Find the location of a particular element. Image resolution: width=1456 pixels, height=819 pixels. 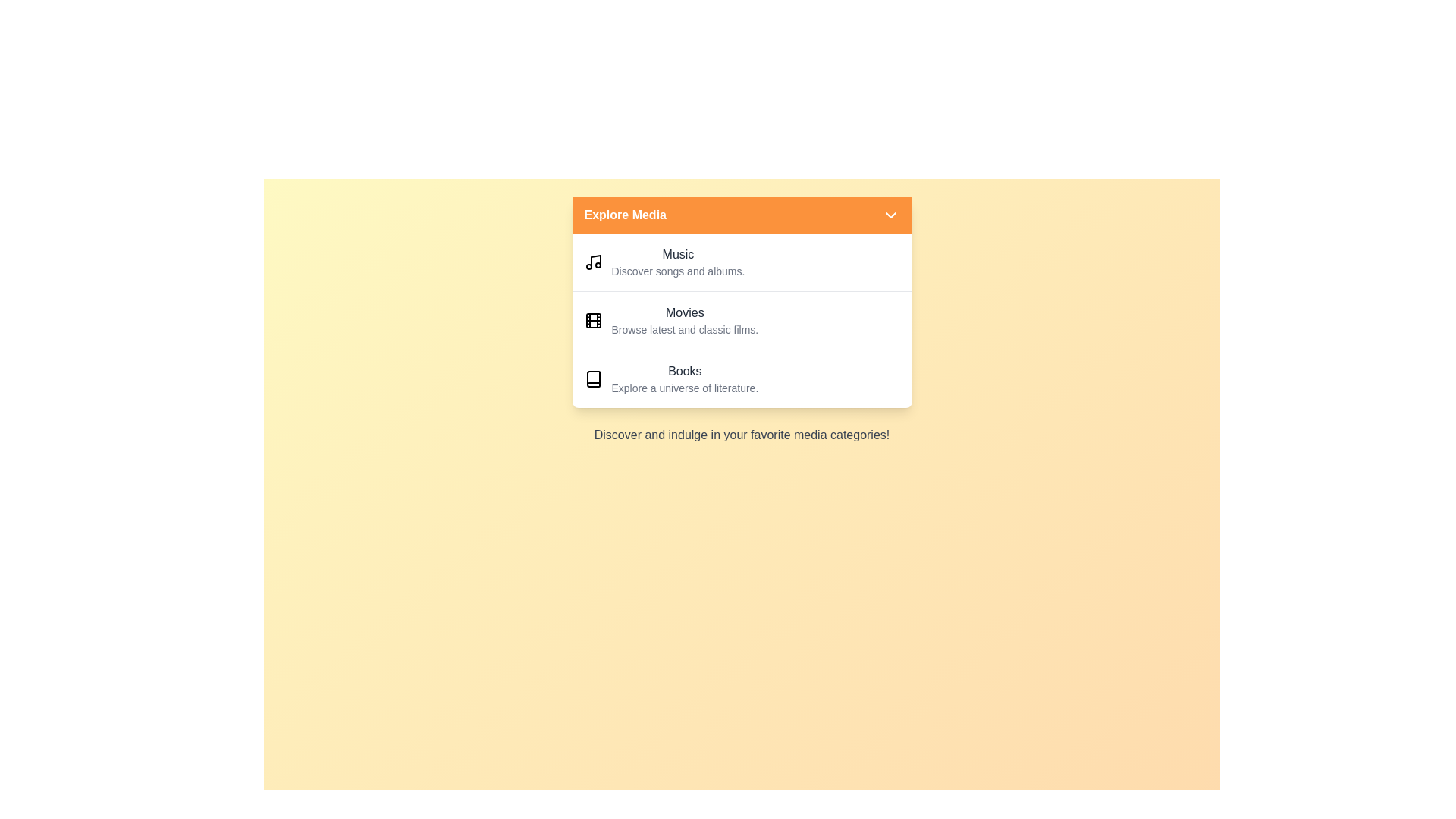

the media category Books by clicking on its corresponding list item is located at coordinates (742, 378).